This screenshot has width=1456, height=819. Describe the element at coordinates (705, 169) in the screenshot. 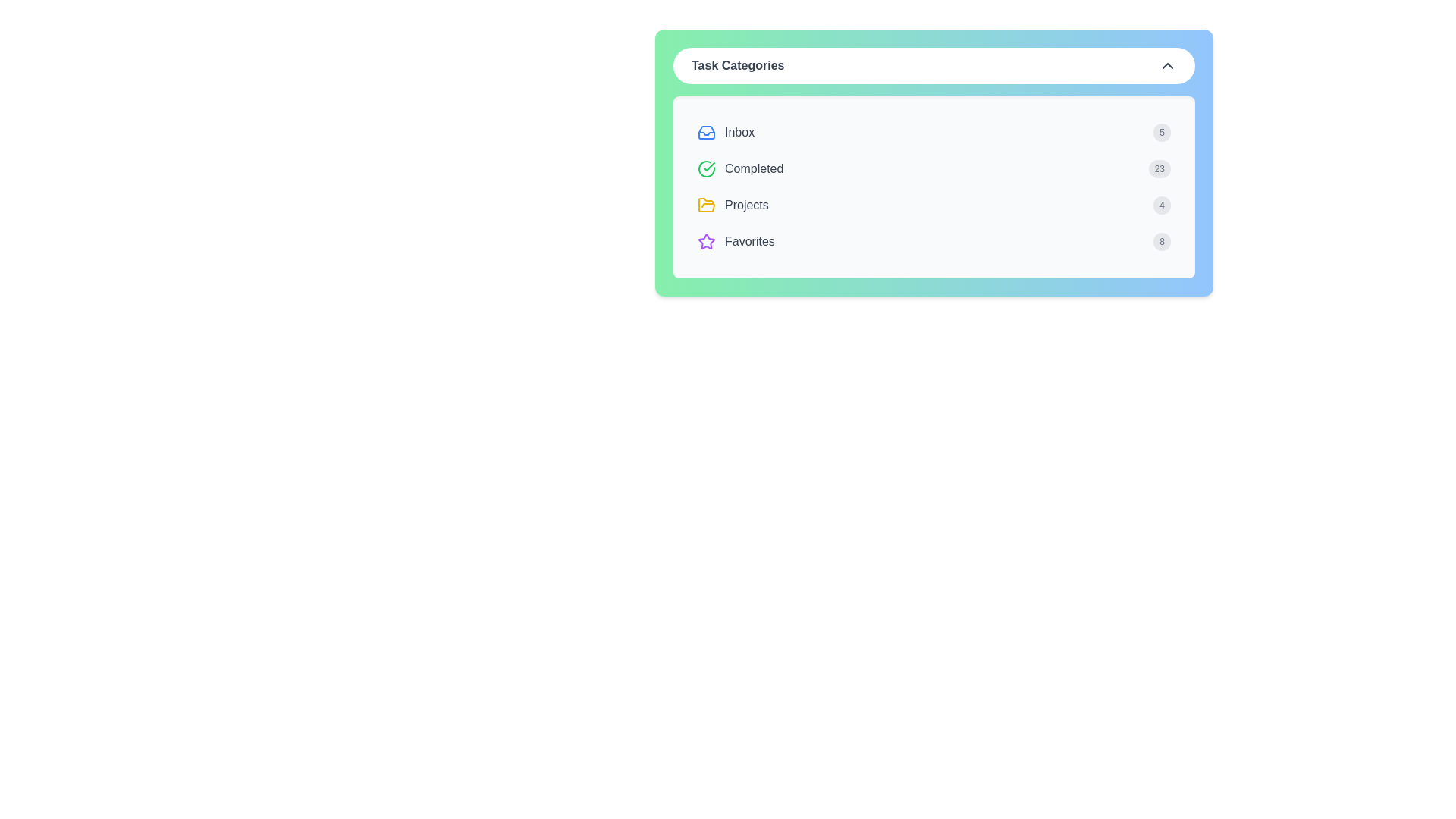

I see `the 'Completed' status icon, which is located directly to the left of the 'Completed' text label in the task categories list` at that location.